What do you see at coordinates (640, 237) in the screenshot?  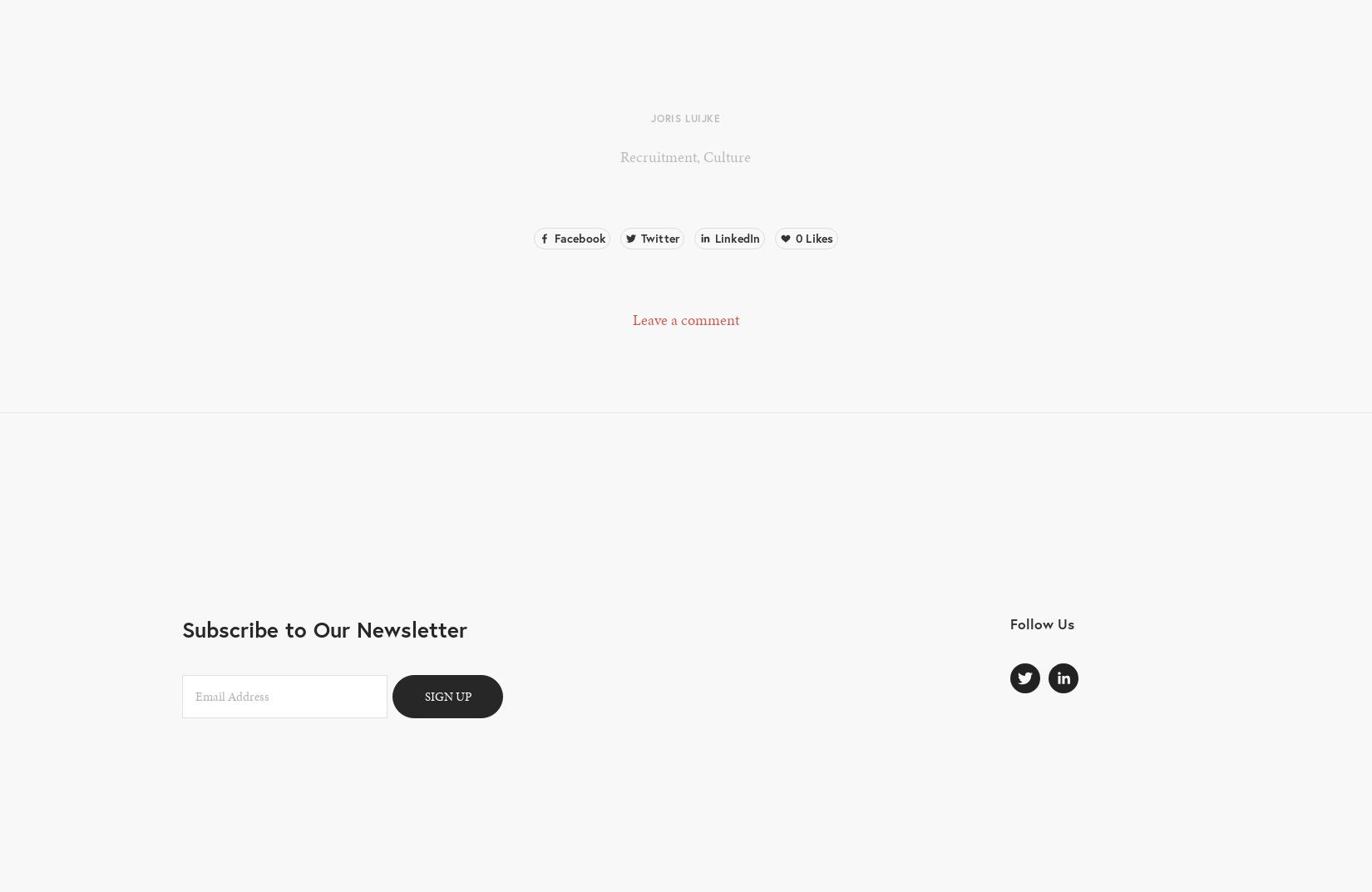 I see `'Twitter'` at bounding box center [640, 237].